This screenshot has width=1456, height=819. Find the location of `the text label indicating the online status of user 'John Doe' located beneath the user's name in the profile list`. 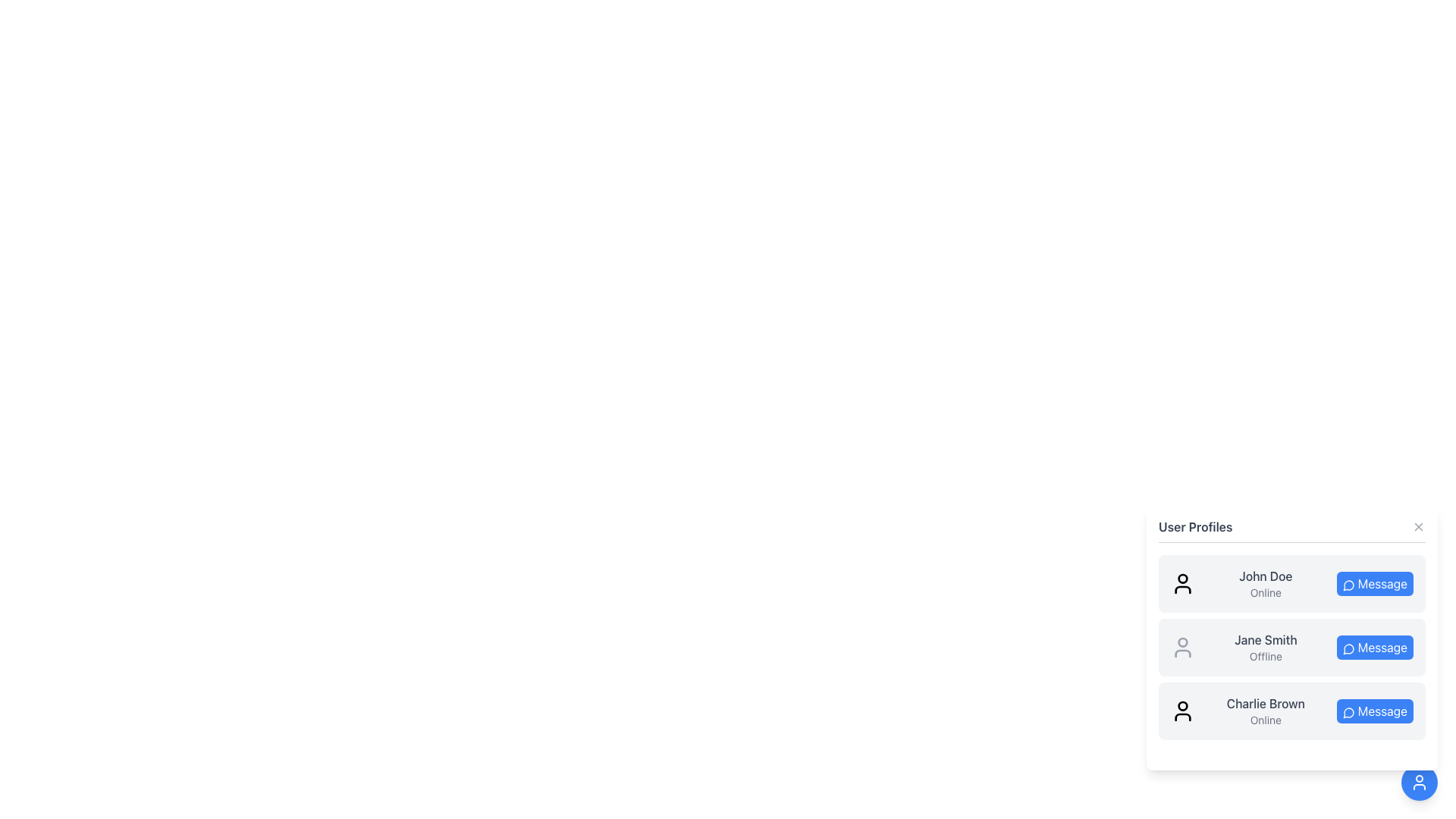

the text label indicating the online status of user 'John Doe' located beneath the user's name in the profile list is located at coordinates (1266, 592).